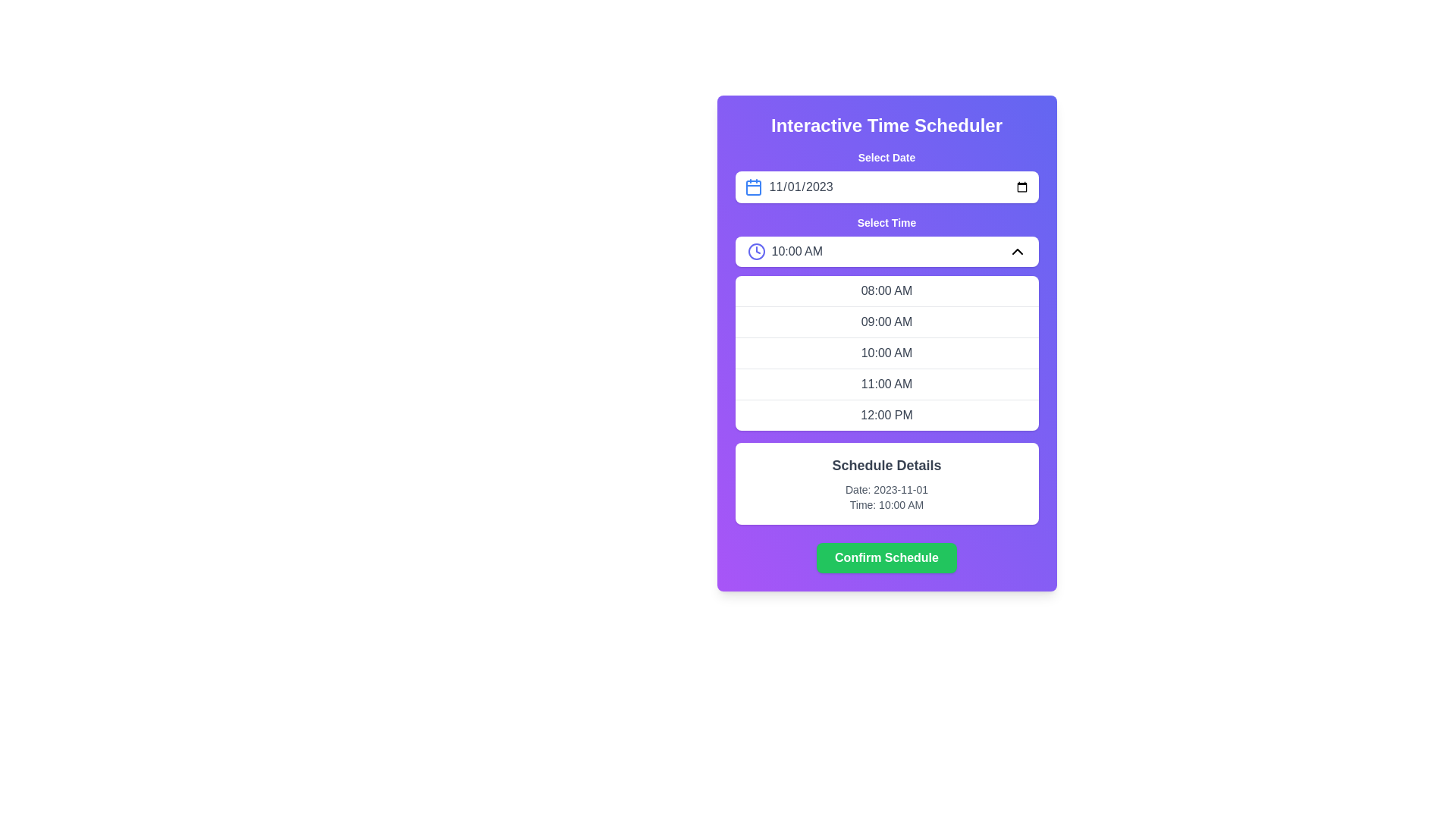 The image size is (1456, 819). I want to click on the chevron pointing upwards icon located at the extreme right of the '10:00 AM' time slot to collapse the time selection dropdown when navigating via keyboard, so click(1017, 250).